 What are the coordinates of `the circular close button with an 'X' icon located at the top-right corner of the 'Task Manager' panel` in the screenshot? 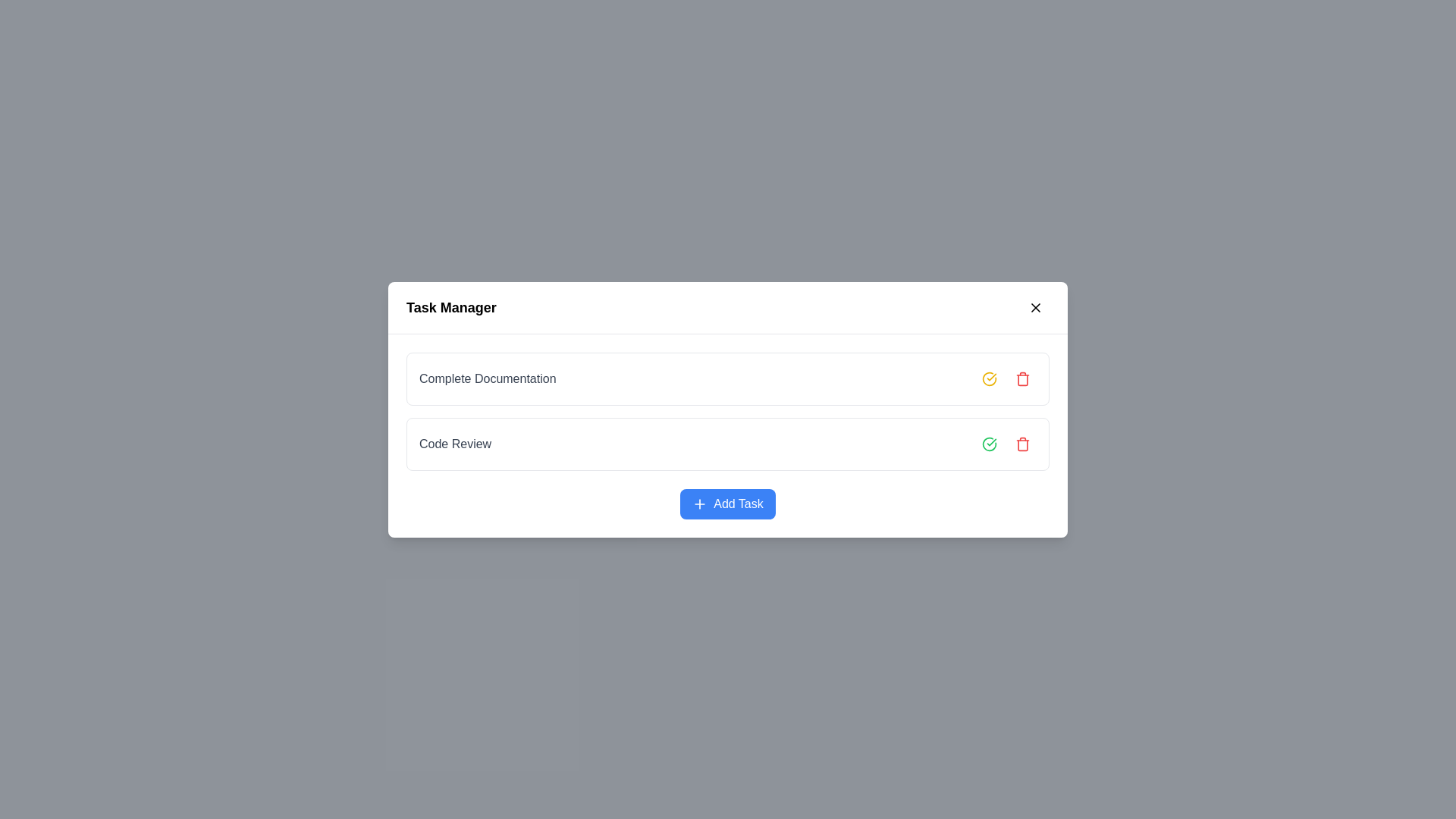 It's located at (1035, 307).